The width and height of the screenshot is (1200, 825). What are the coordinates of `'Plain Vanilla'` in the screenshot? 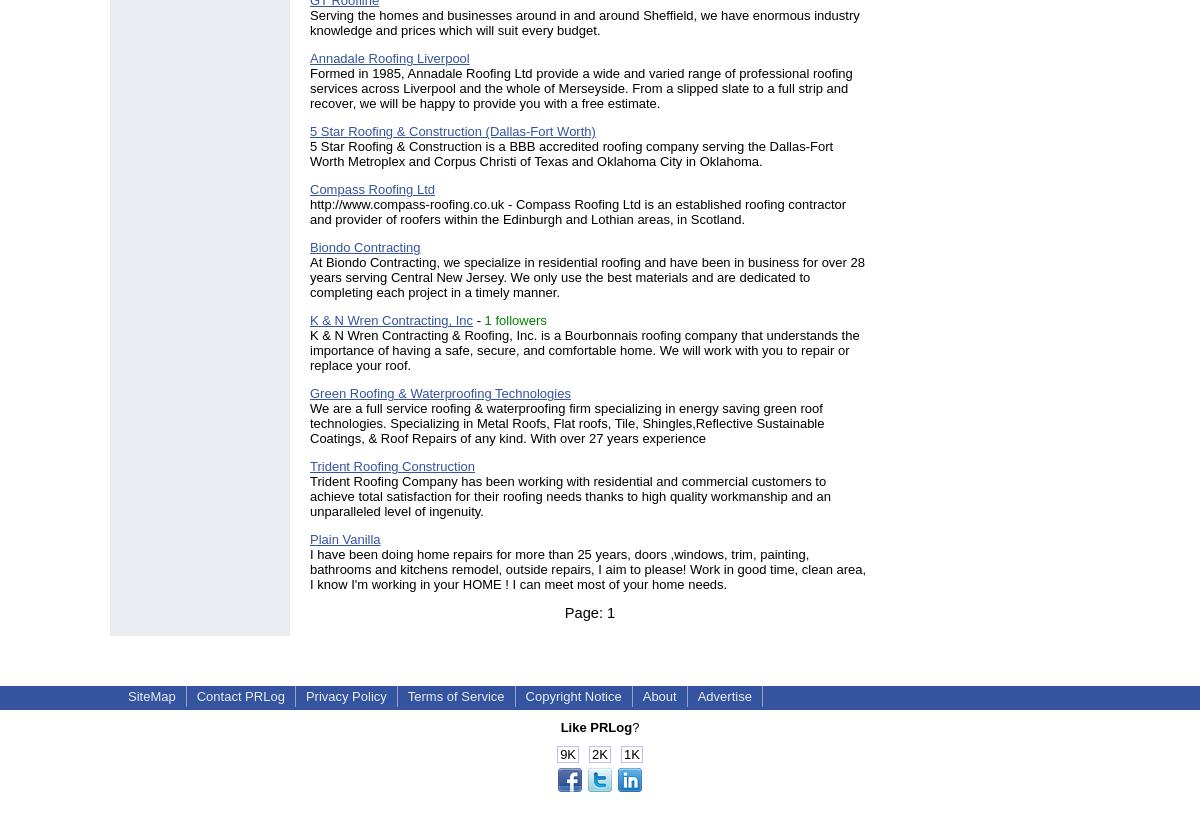 It's located at (345, 538).